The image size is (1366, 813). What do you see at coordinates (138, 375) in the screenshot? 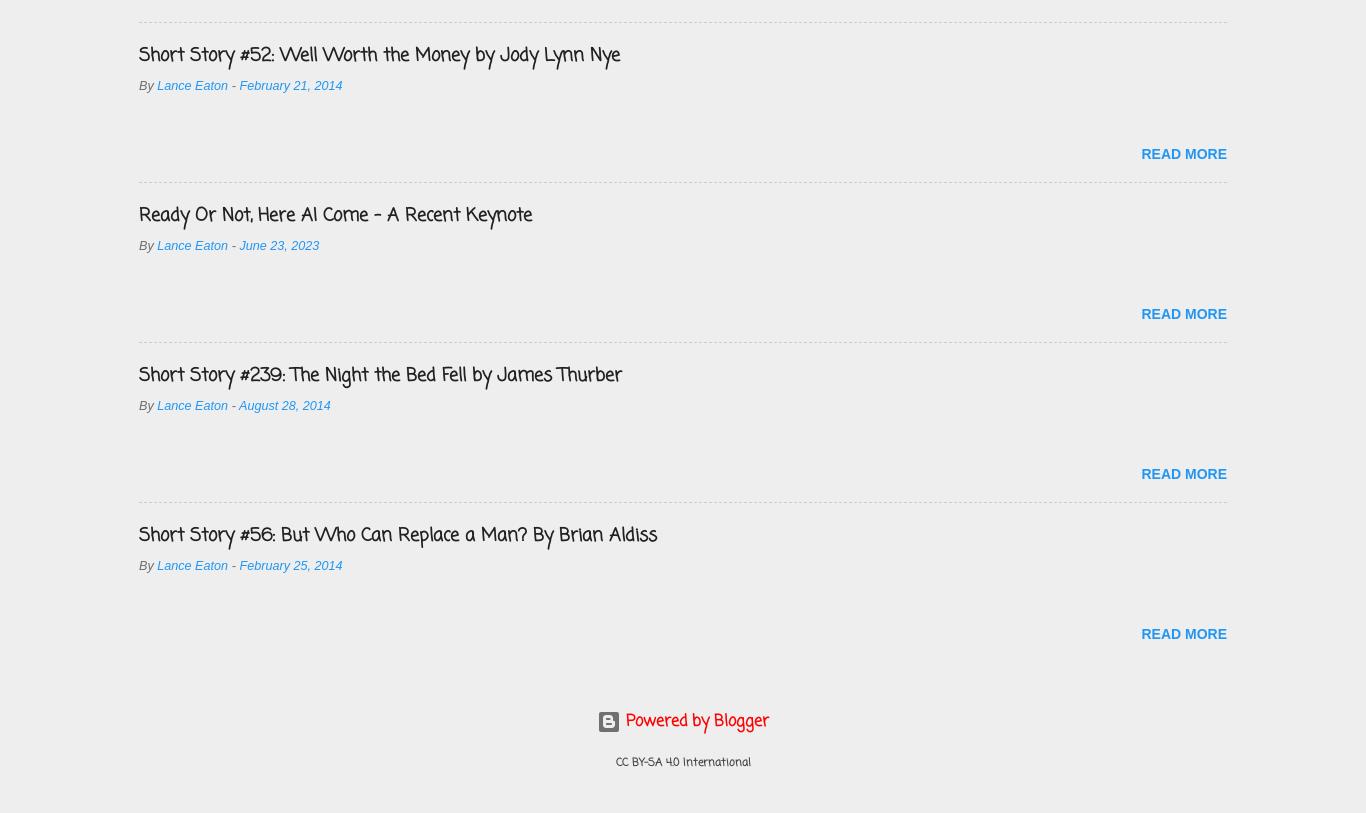
I see `'Short Story #239: The Night the Bed Fell by James Thurber'` at bounding box center [138, 375].